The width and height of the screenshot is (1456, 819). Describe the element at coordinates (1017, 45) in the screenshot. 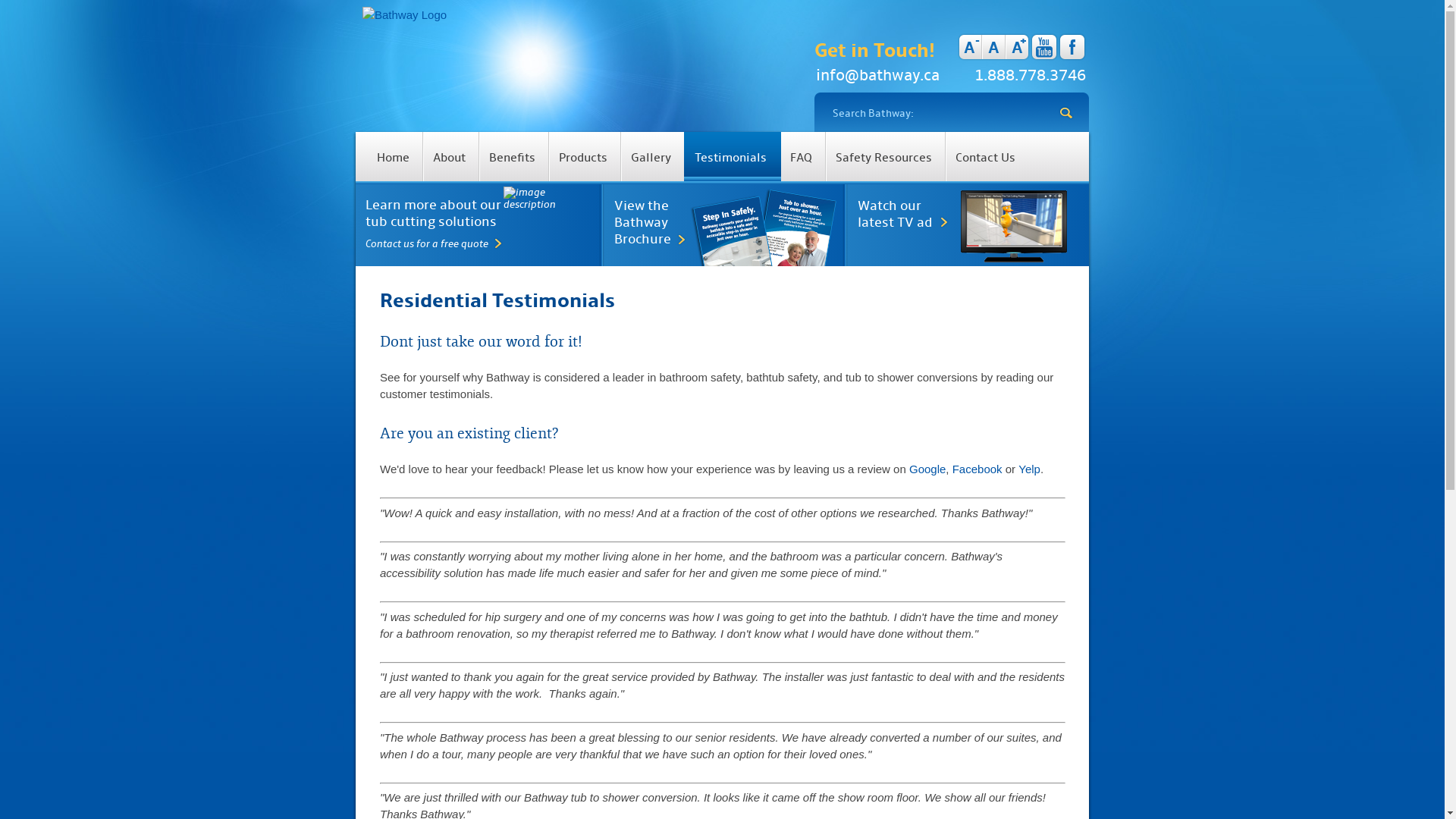

I see `'A` at that location.